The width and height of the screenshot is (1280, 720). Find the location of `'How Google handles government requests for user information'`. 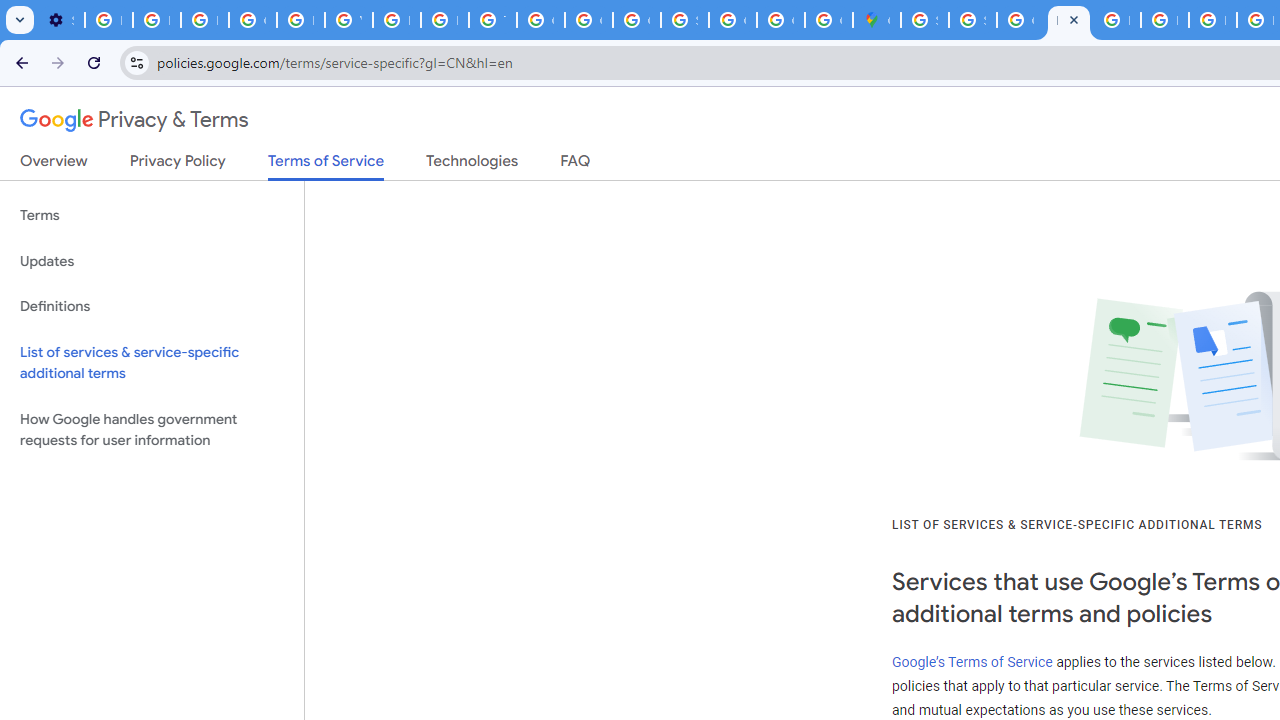

'How Google handles government requests for user information' is located at coordinates (151, 428).